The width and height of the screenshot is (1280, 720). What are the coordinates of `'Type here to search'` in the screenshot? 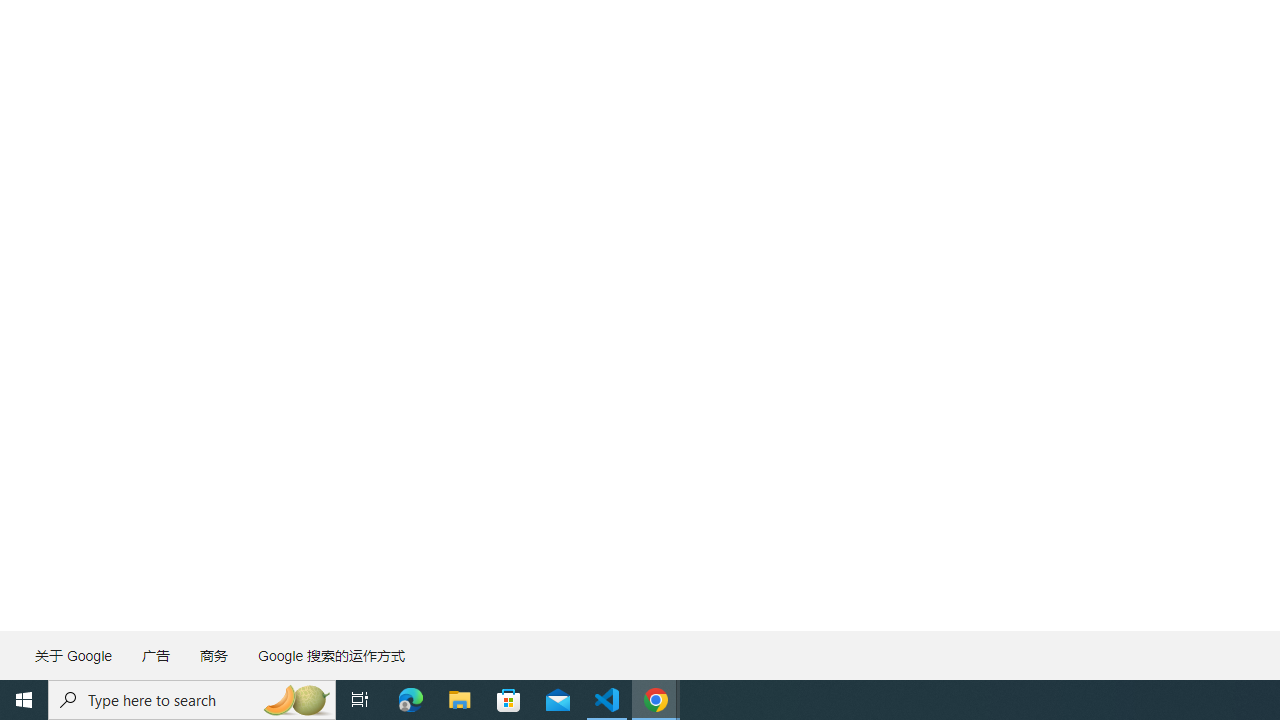 It's located at (192, 698).